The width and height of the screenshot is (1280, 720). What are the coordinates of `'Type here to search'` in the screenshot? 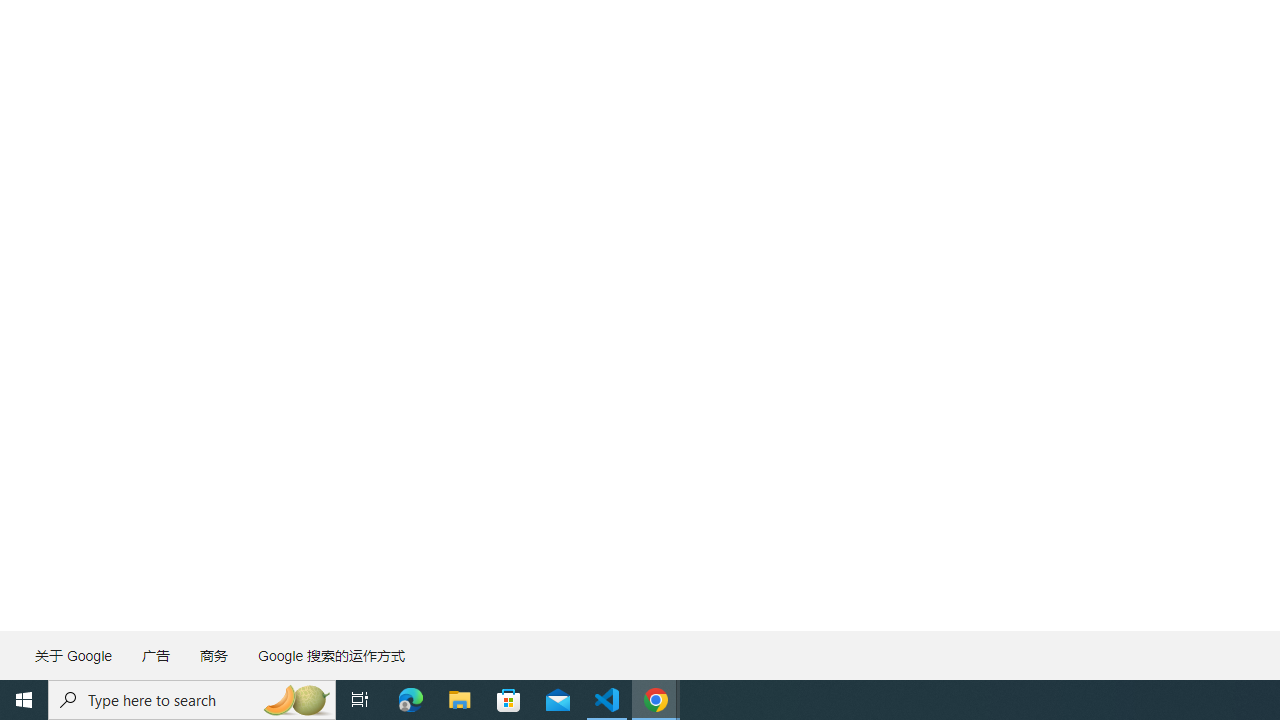 It's located at (192, 698).